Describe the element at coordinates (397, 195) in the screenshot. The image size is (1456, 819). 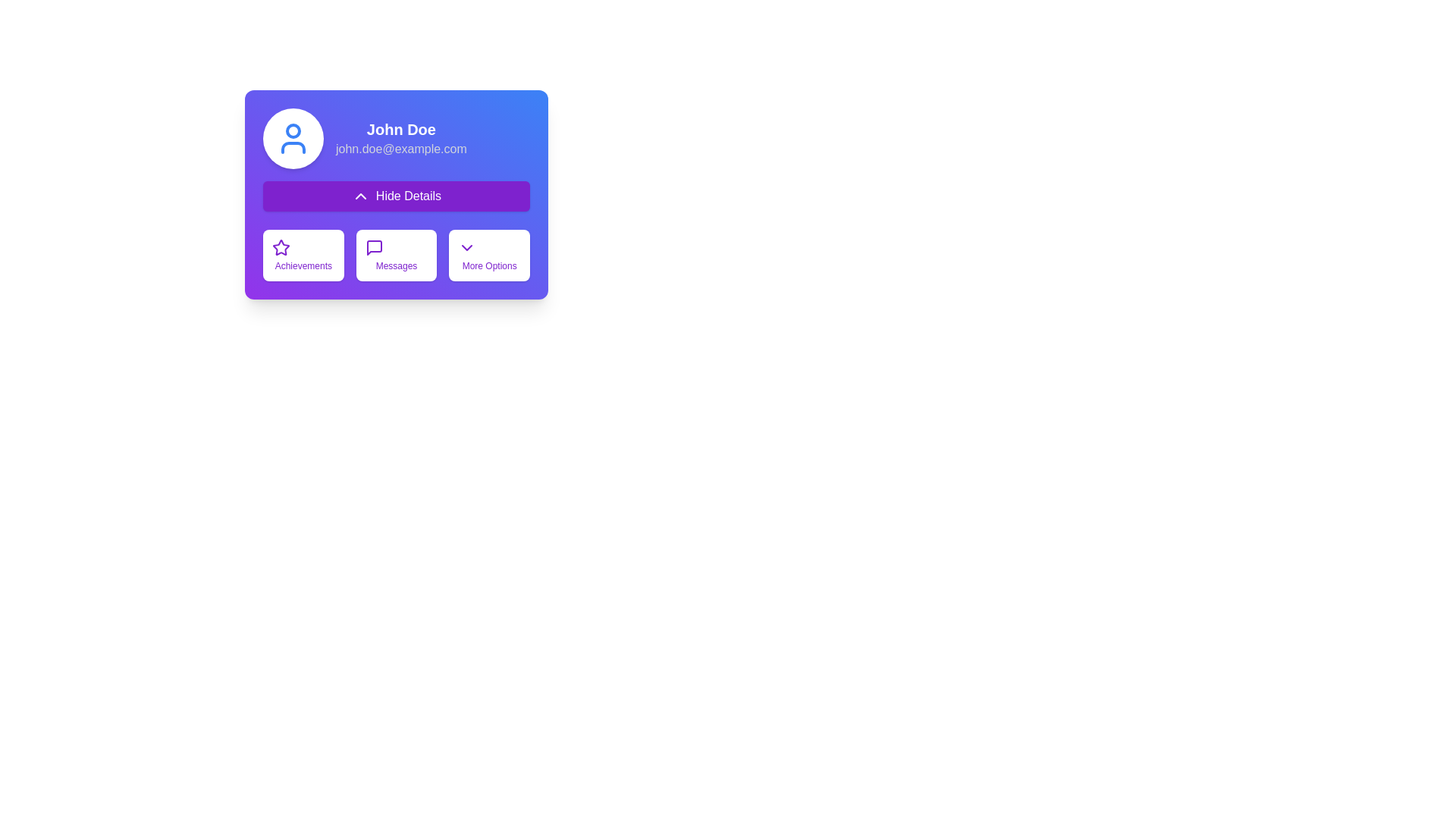
I see `the button that toggles the visibility of additional user details, located below the user details section featuring 'John Doe' and above the buttons labeled 'Achievements', 'Messages', and 'More Options'` at that location.